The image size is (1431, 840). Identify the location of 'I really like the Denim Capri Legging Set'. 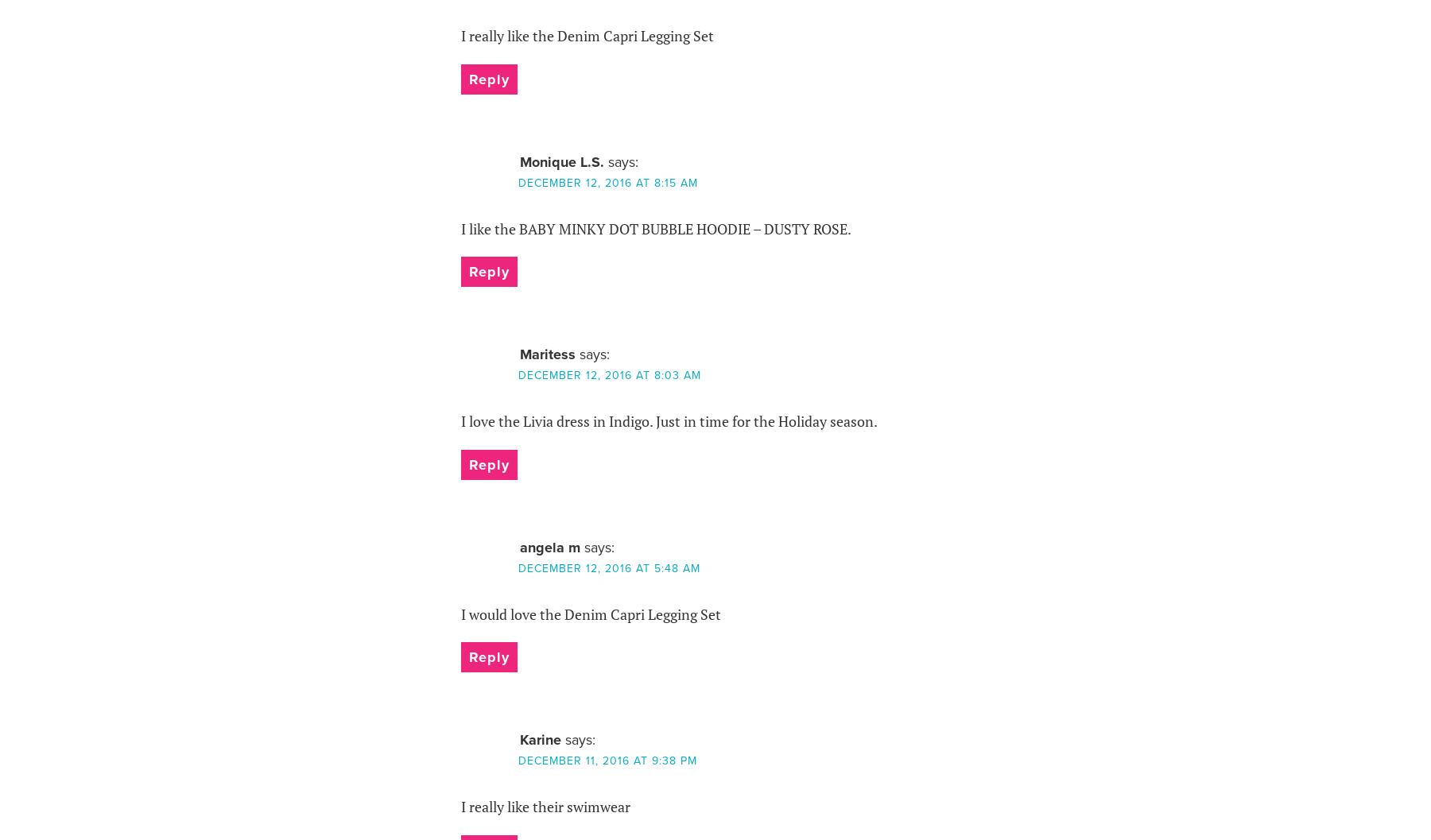
(586, 36).